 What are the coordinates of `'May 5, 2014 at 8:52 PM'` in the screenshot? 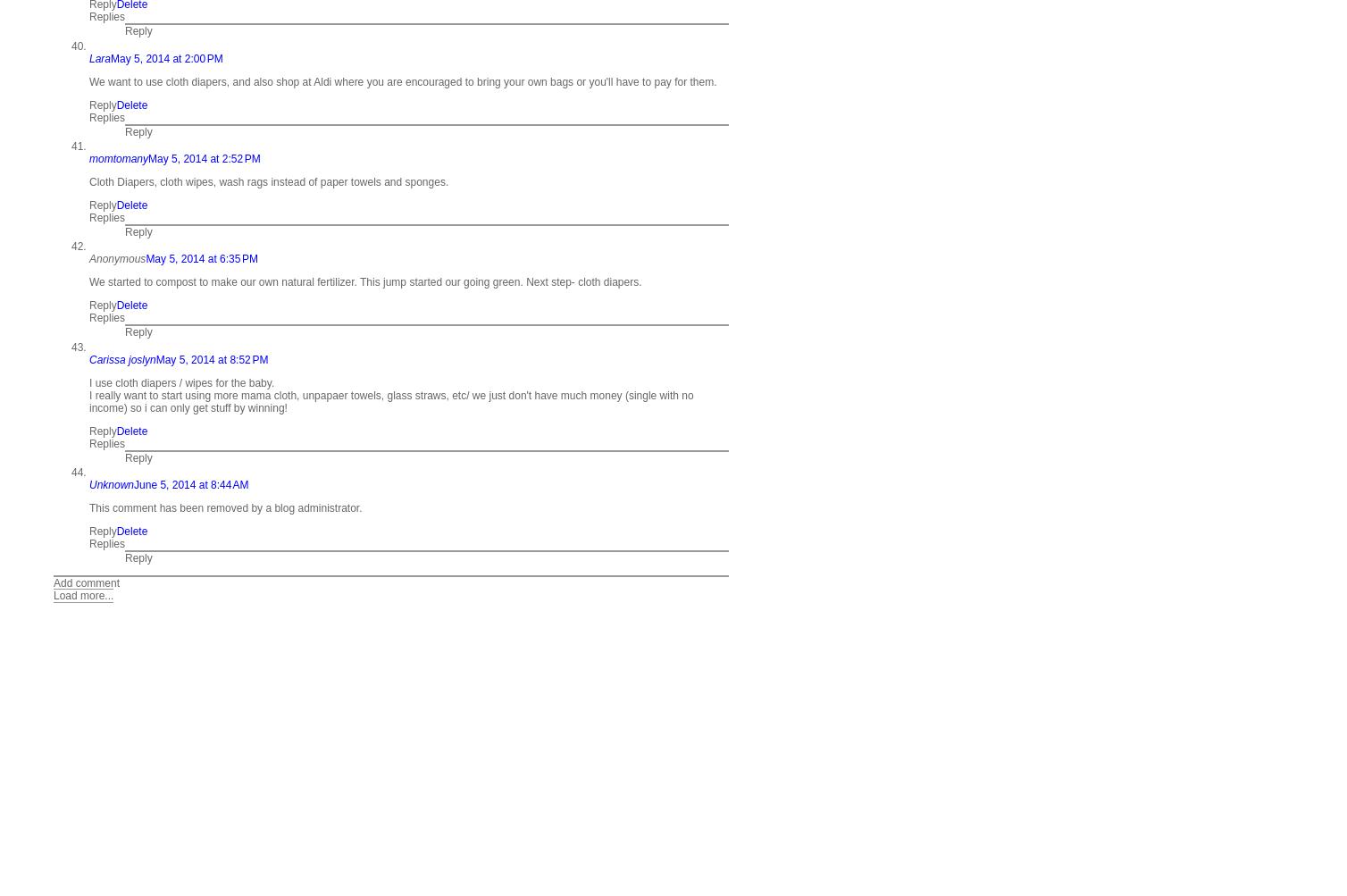 It's located at (211, 359).